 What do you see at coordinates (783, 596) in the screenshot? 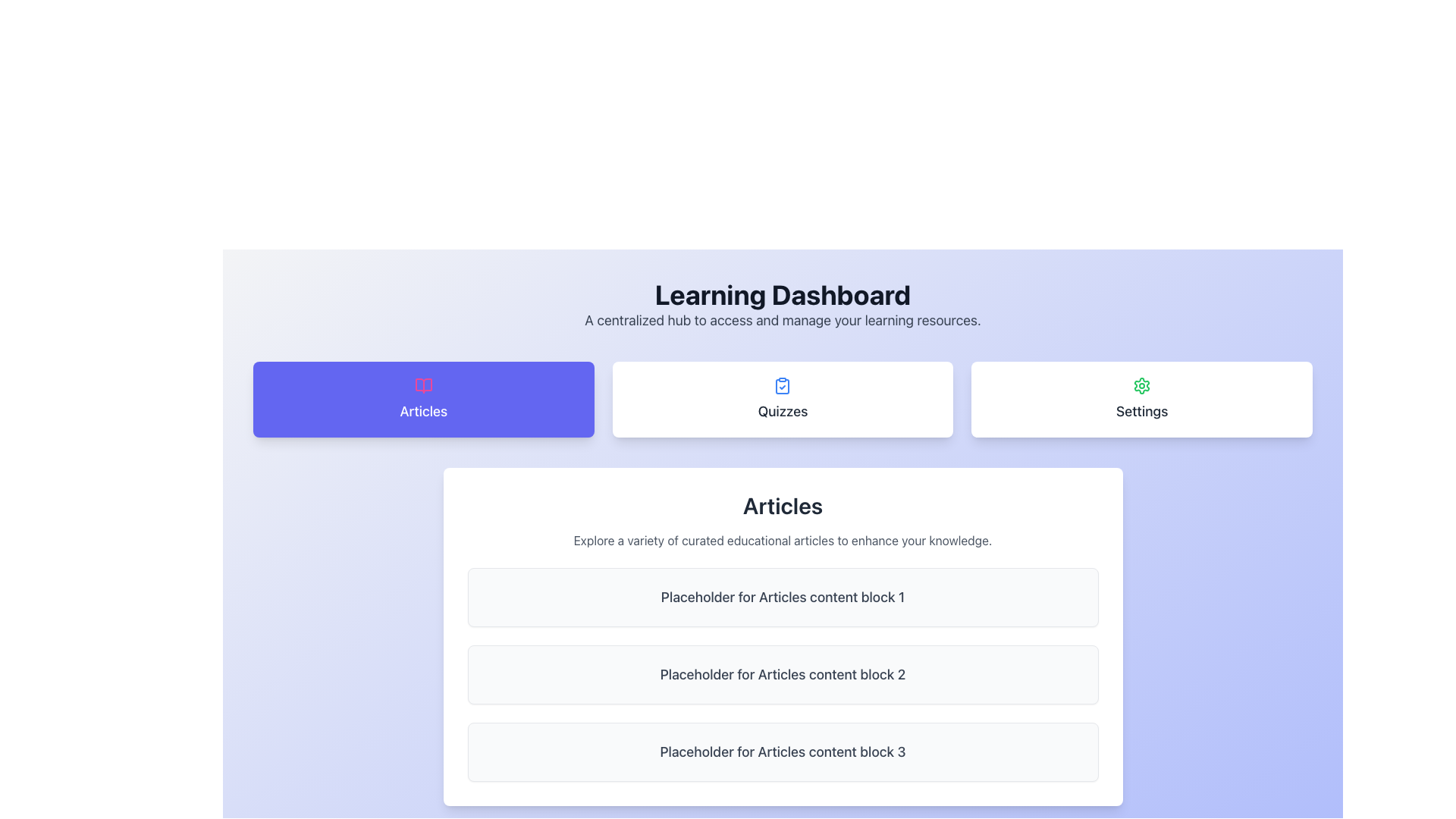
I see `the first label in the 'Articles' section, which serves as a placeholder for content` at bounding box center [783, 596].